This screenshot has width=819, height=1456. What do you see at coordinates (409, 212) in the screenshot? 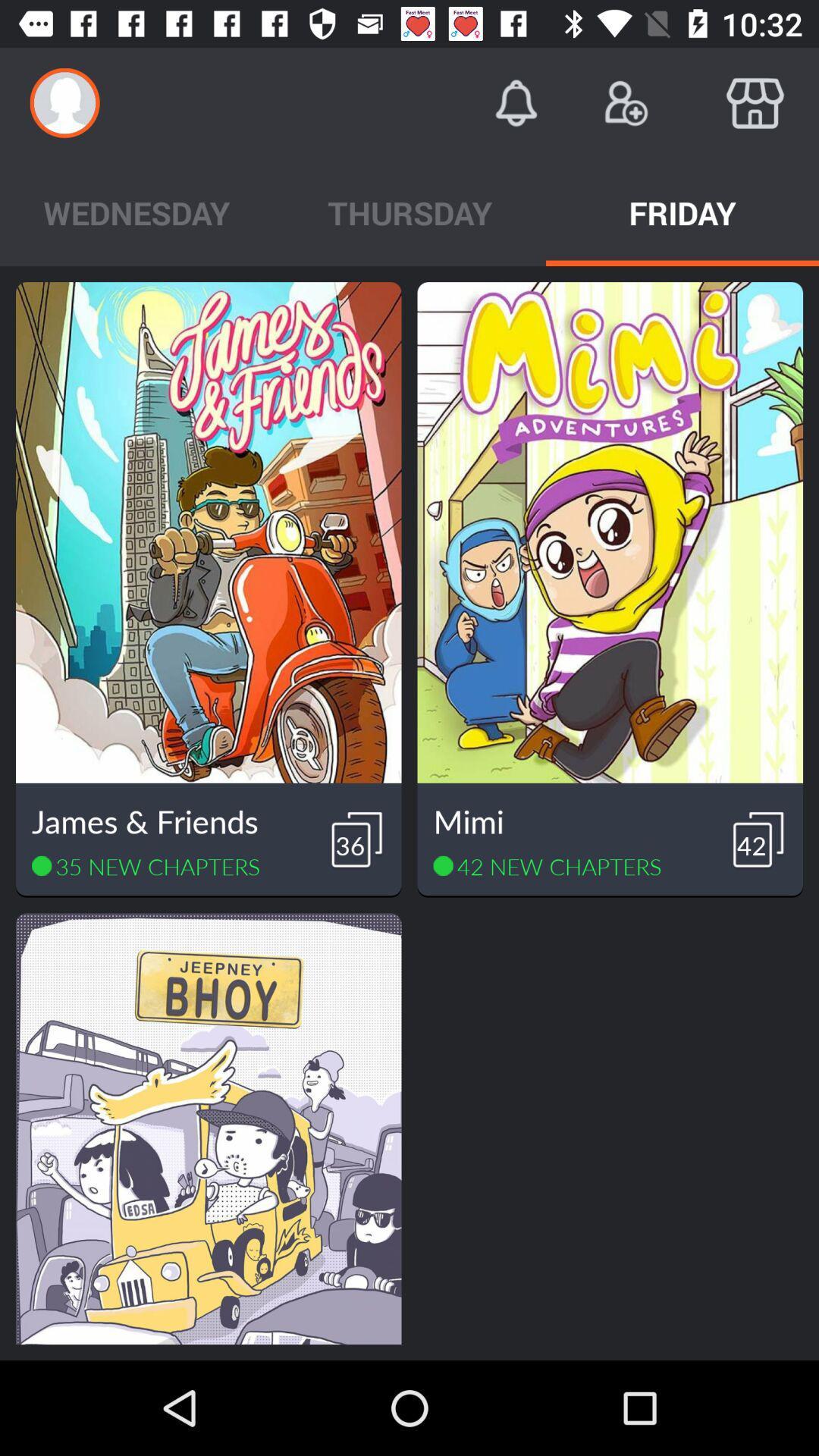
I see `thursday` at bounding box center [409, 212].